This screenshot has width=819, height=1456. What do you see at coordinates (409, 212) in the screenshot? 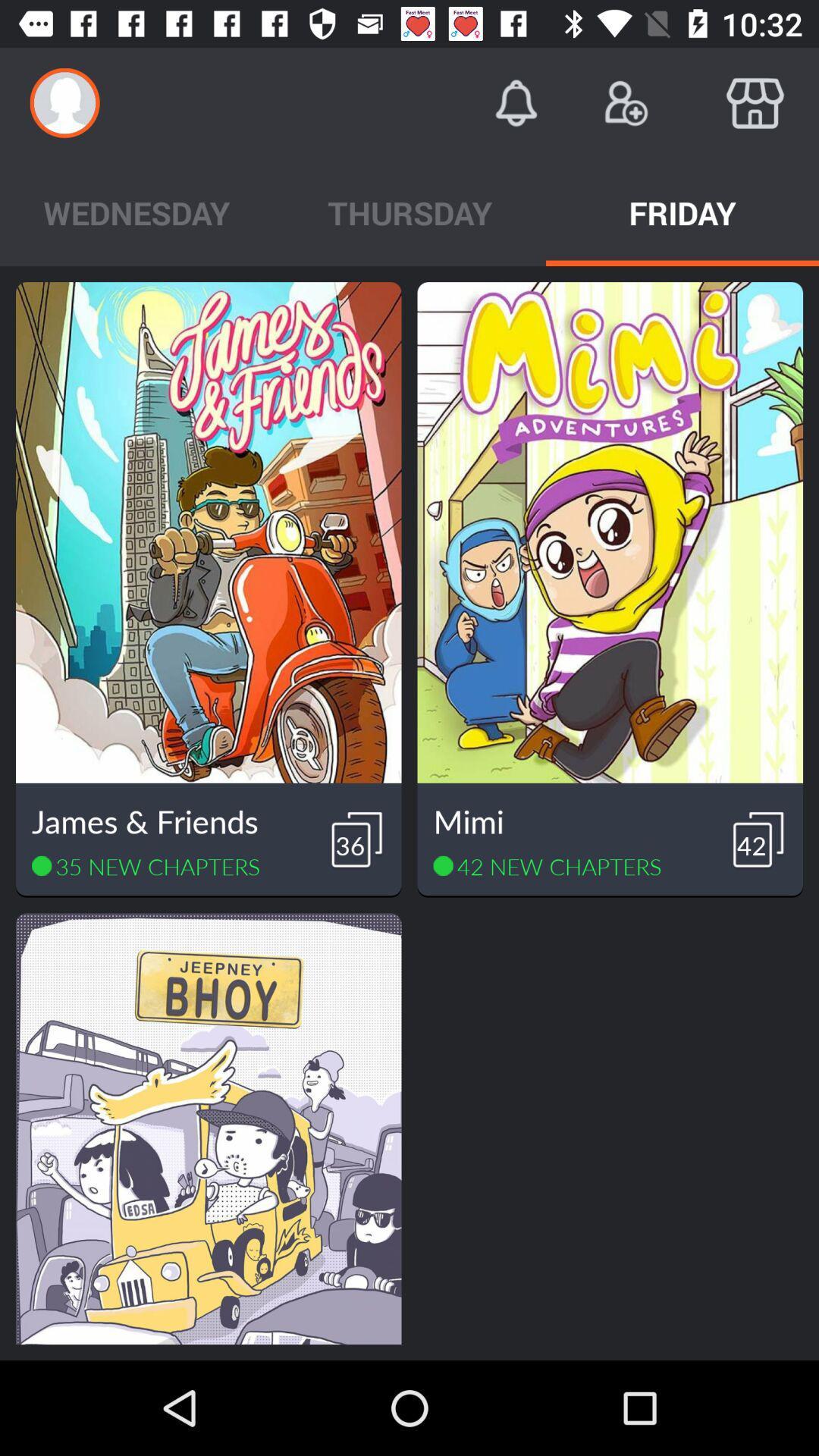
I see `thursday` at bounding box center [409, 212].